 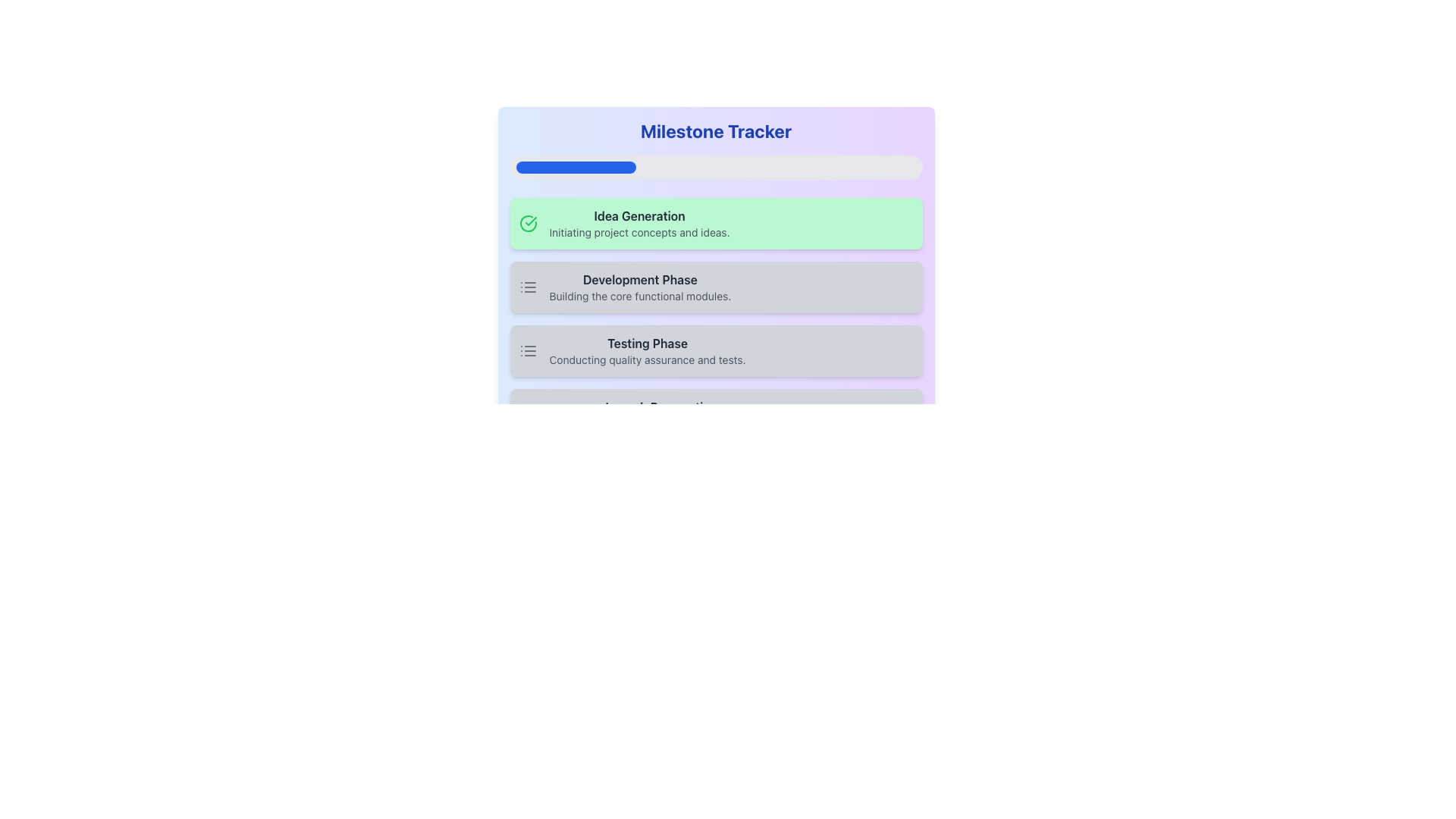 What do you see at coordinates (662, 167) in the screenshot?
I see `the progress bar` at bounding box center [662, 167].